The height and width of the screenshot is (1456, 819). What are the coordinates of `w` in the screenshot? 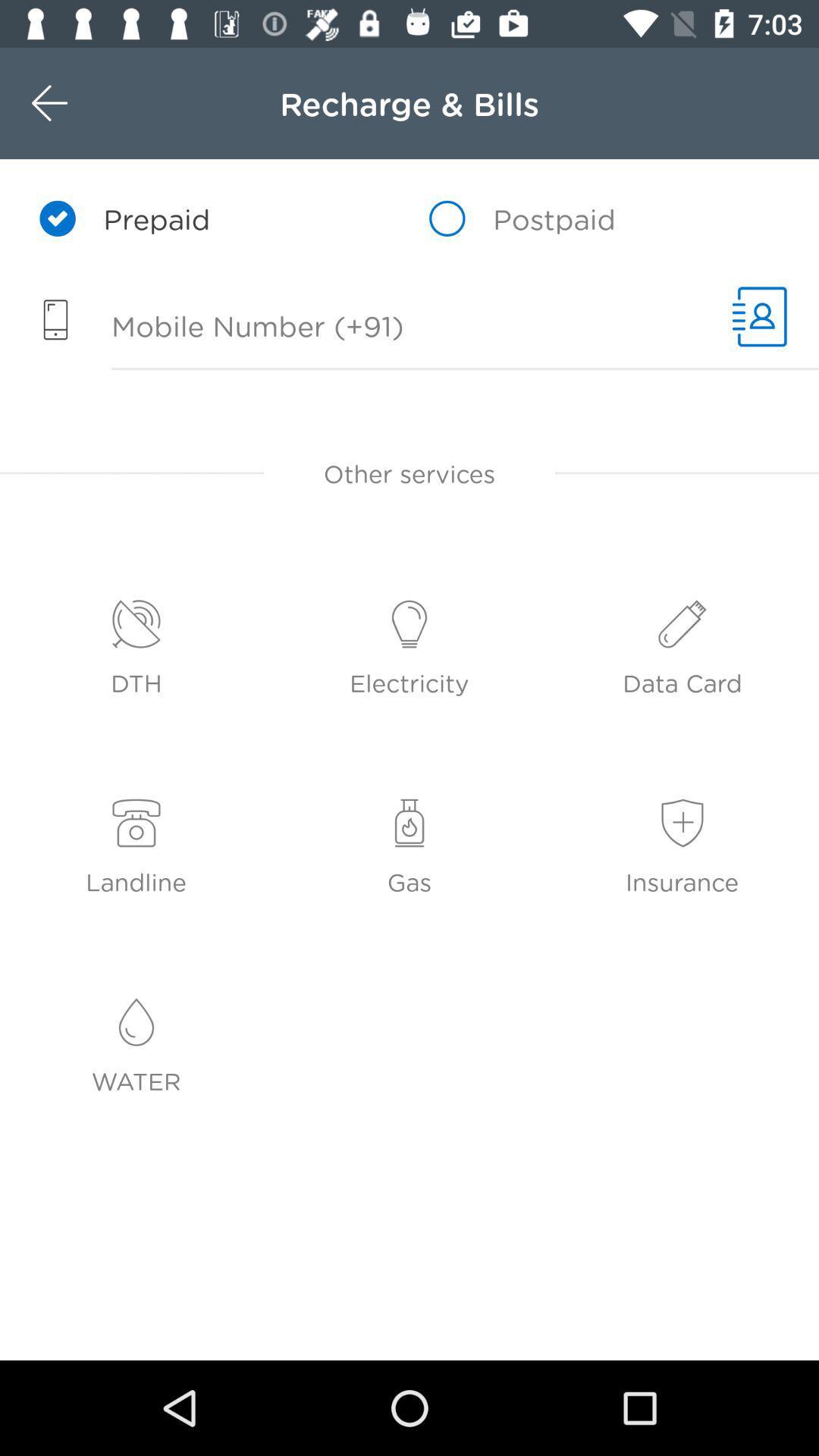 It's located at (82, 102).